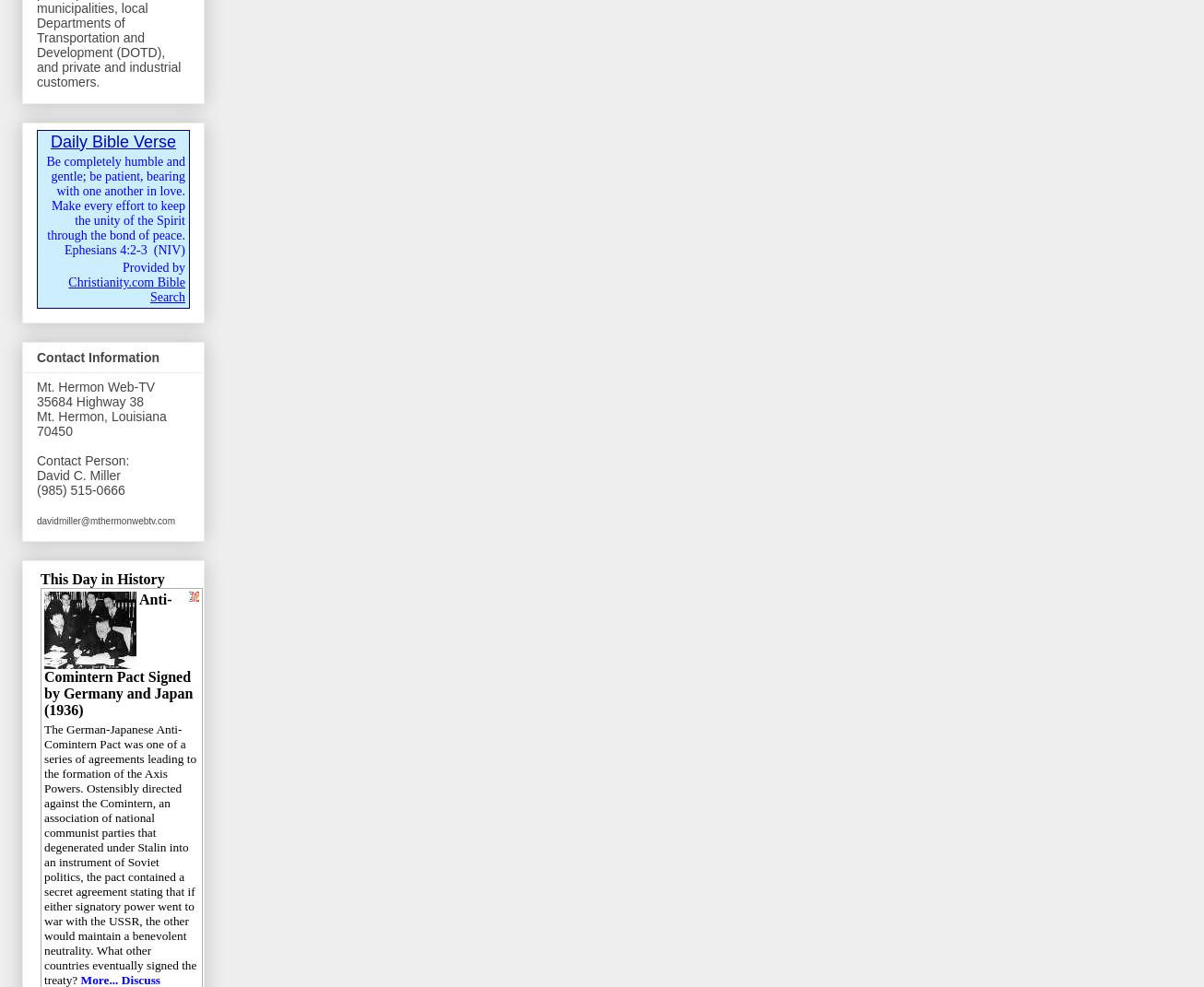 This screenshot has height=987, width=1204. What do you see at coordinates (97, 358) in the screenshot?
I see `'Contact Information'` at bounding box center [97, 358].